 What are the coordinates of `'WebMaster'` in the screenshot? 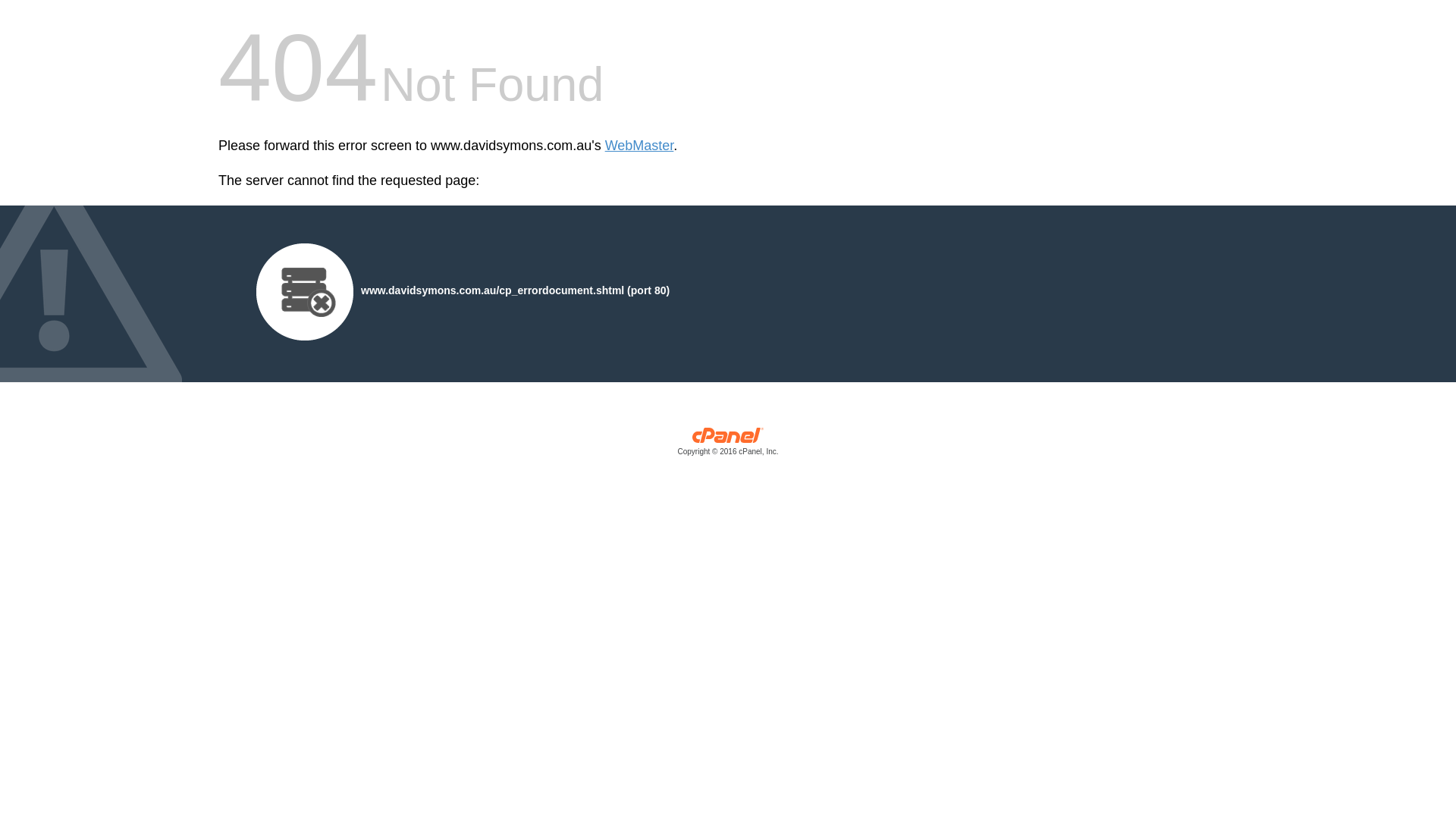 It's located at (639, 146).